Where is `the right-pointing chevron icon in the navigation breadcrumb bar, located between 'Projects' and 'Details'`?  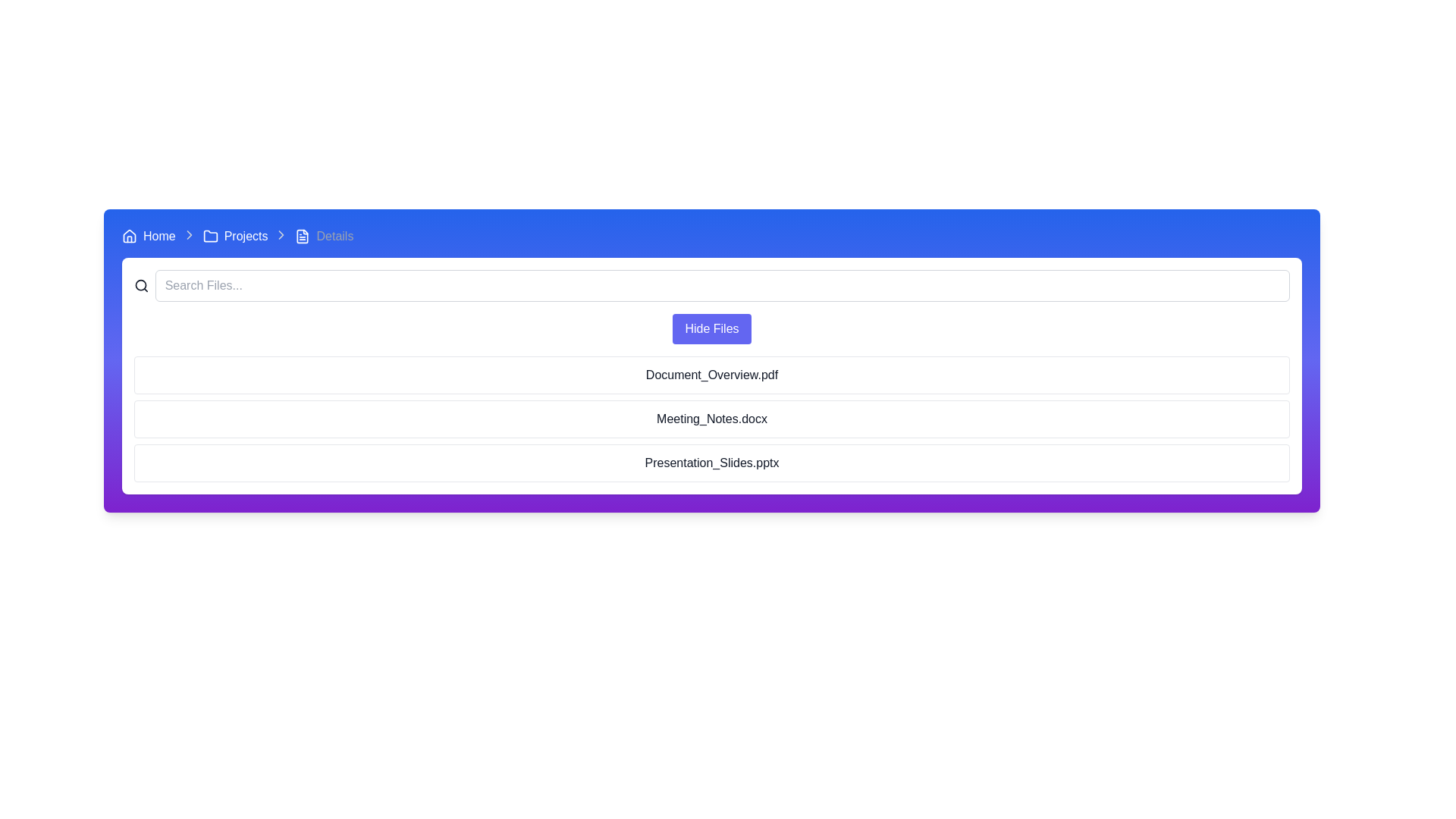
the right-pointing chevron icon in the navigation breadcrumb bar, located between 'Projects' and 'Details' is located at coordinates (281, 234).